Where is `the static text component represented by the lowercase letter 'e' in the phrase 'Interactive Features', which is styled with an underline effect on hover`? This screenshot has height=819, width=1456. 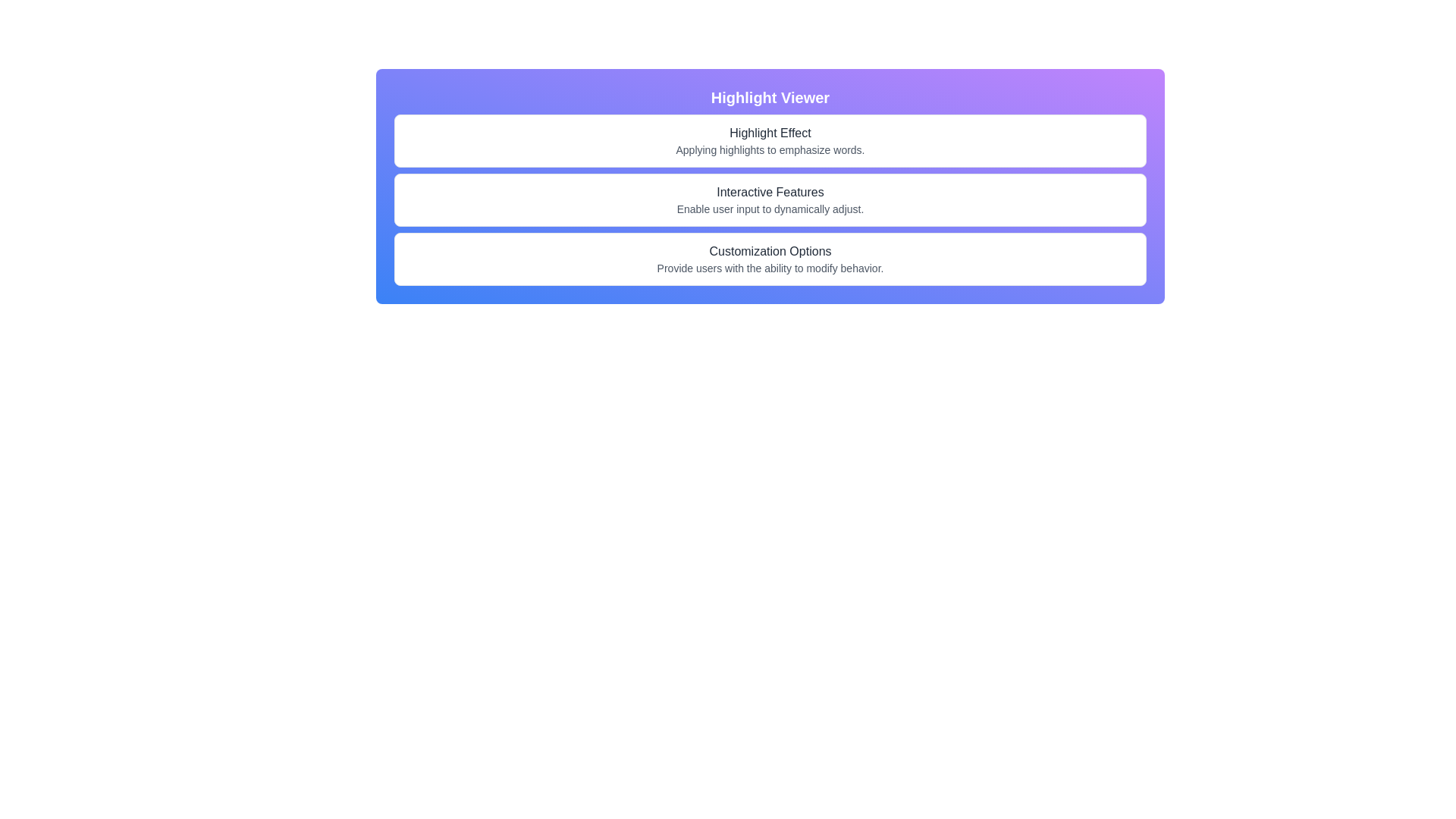
the static text component represented by the lowercase letter 'e' in the phrase 'Interactive Features', which is styled with an underline effect on hover is located at coordinates (814, 191).